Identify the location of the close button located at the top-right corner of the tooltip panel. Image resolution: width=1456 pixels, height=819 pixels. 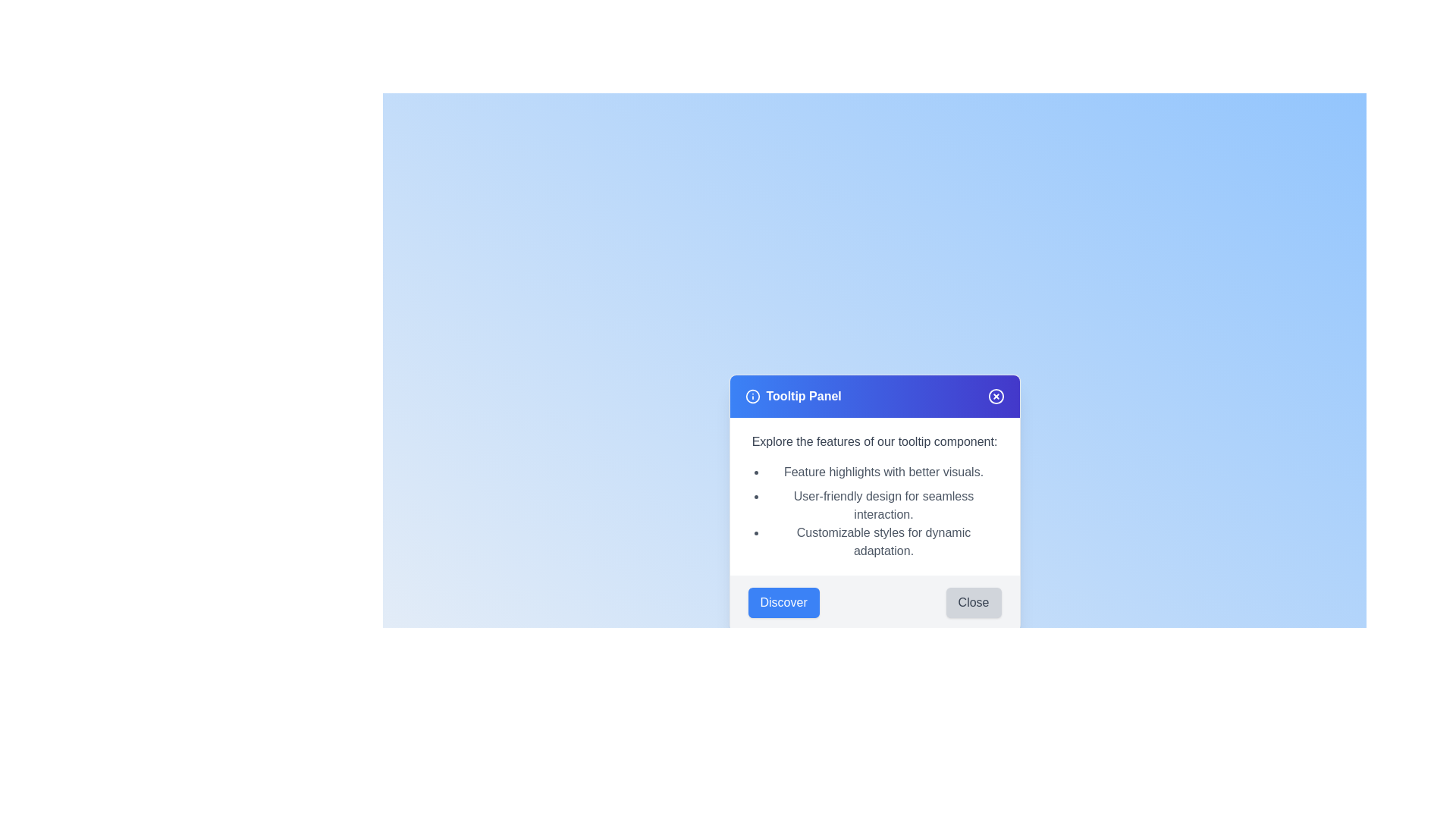
(996, 396).